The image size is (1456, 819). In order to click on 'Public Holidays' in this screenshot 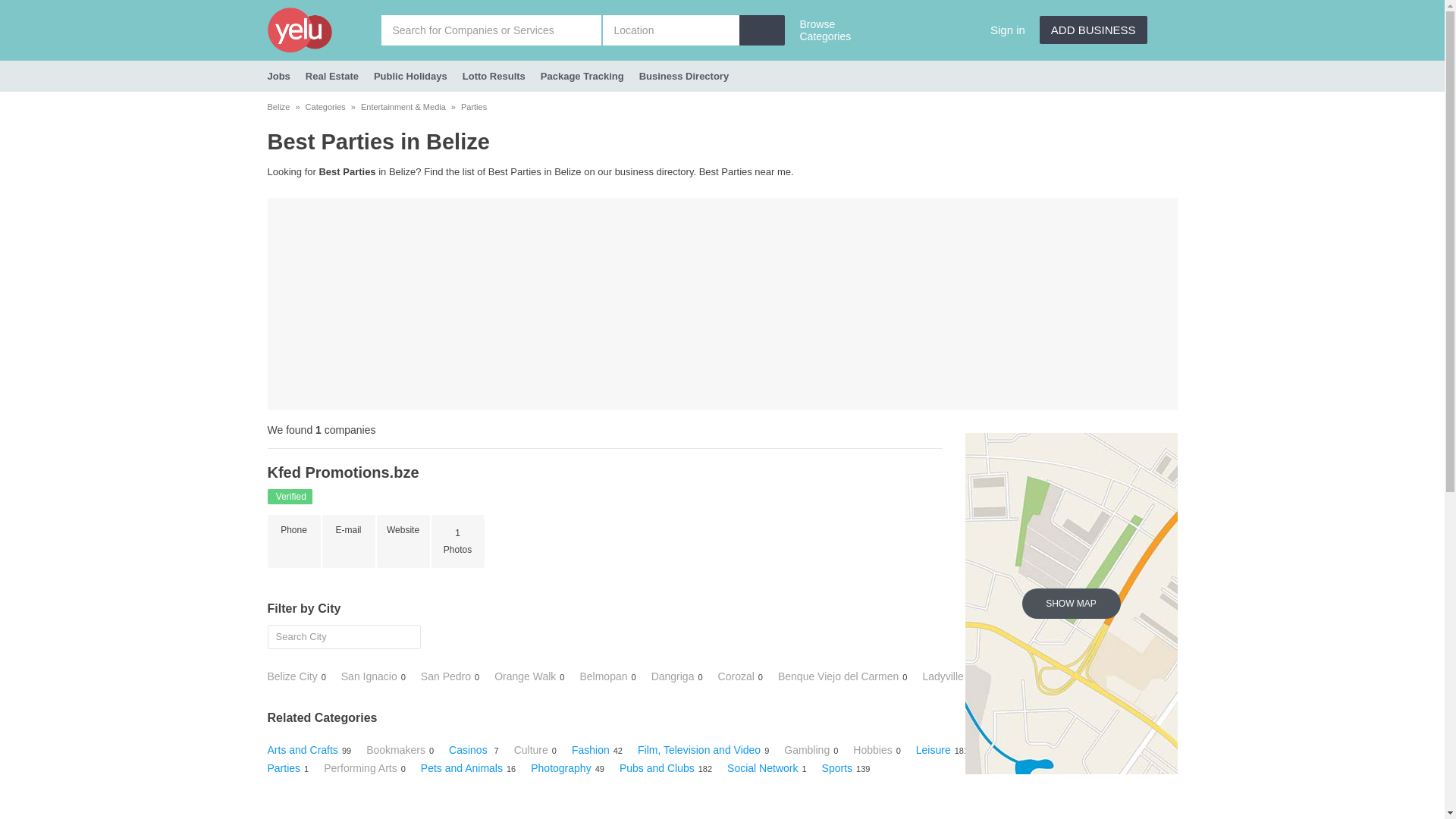, I will do `click(410, 76)`.